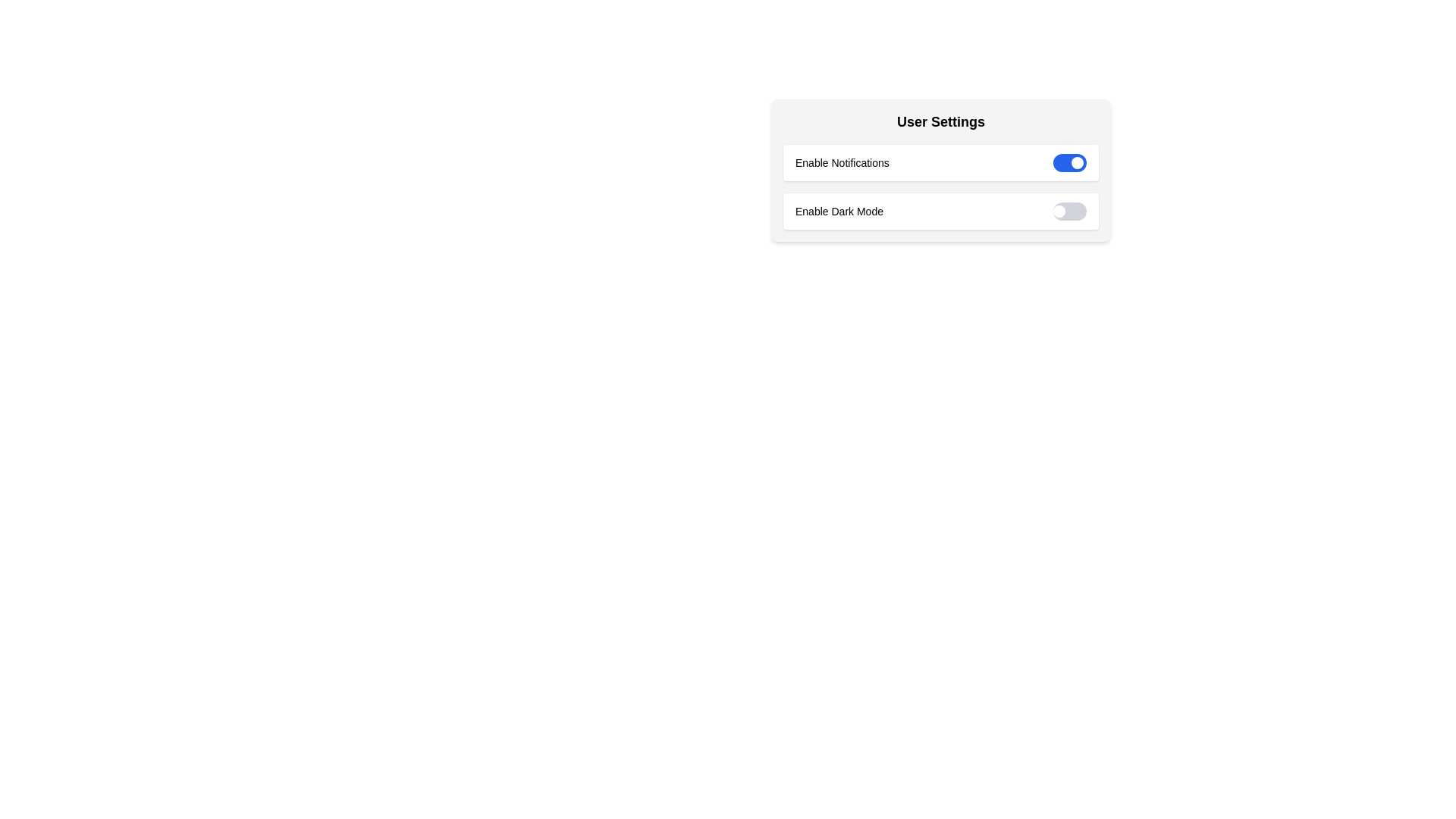 This screenshot has width=1456, height=819. Describe the element at coordinates (940, 186) in the screenshot. I see `the toggle switch in the 'User Settings' panel section that contains 'Enable Notifications' and 'Enable Dark Mode'` at that location.